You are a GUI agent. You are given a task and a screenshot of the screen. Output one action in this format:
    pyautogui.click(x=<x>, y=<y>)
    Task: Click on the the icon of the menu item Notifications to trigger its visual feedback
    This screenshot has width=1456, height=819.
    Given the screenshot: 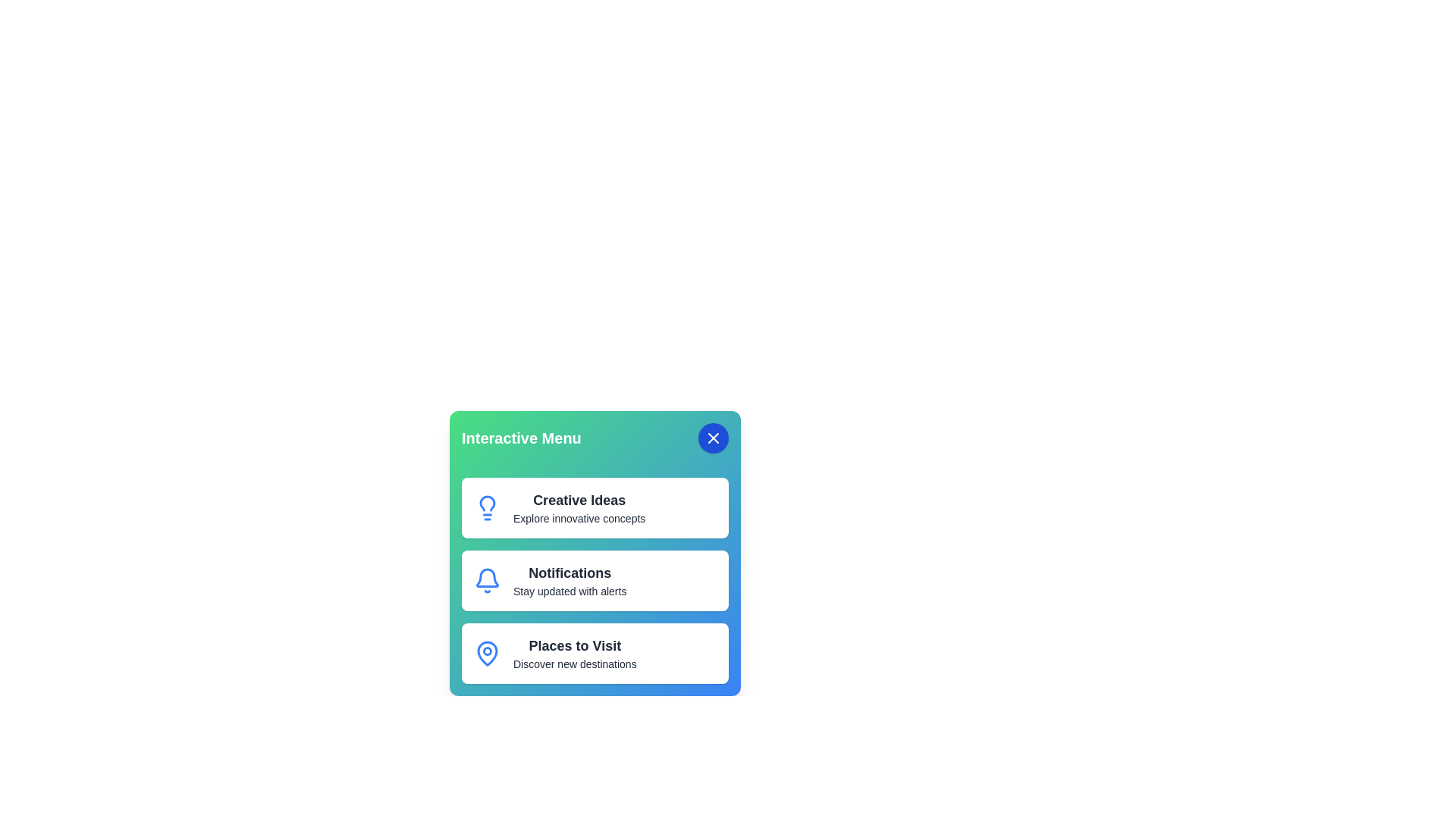 What is the action you would take?
    pyautogui.click(x=488, y=580)
    